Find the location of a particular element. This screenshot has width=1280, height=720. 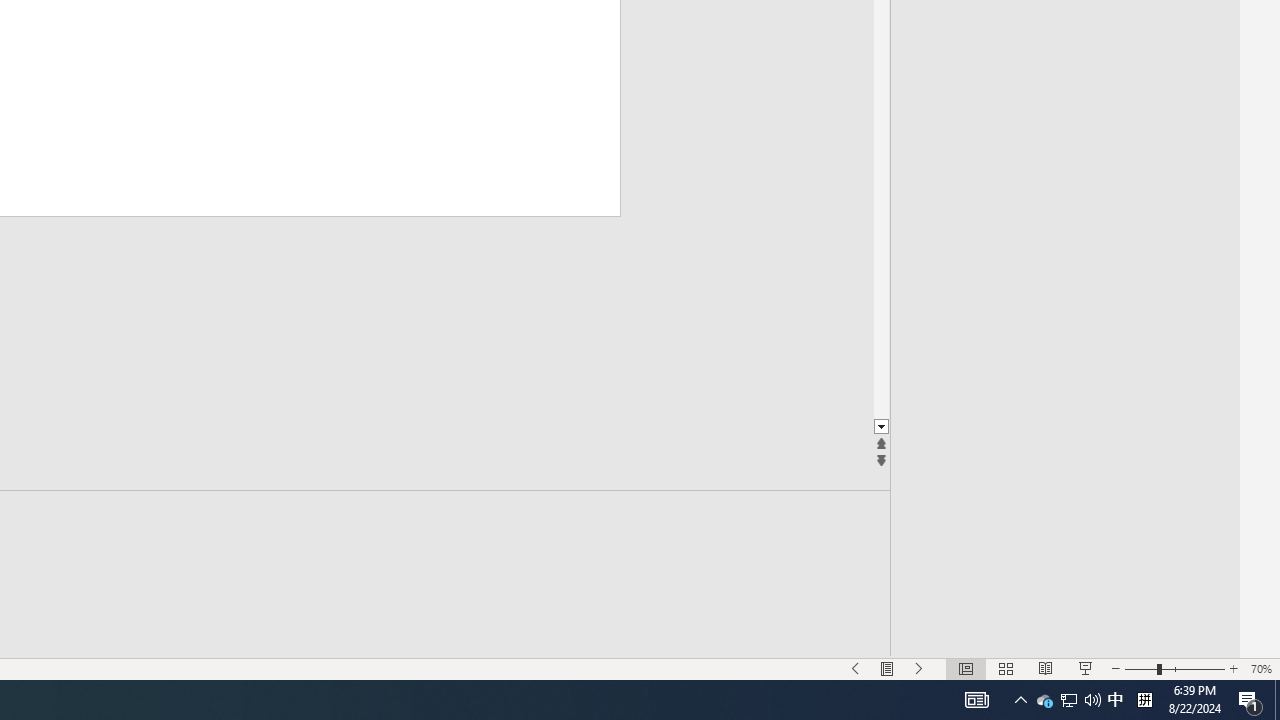

'Slide Show Next On' is located at coordinates (918, 669).